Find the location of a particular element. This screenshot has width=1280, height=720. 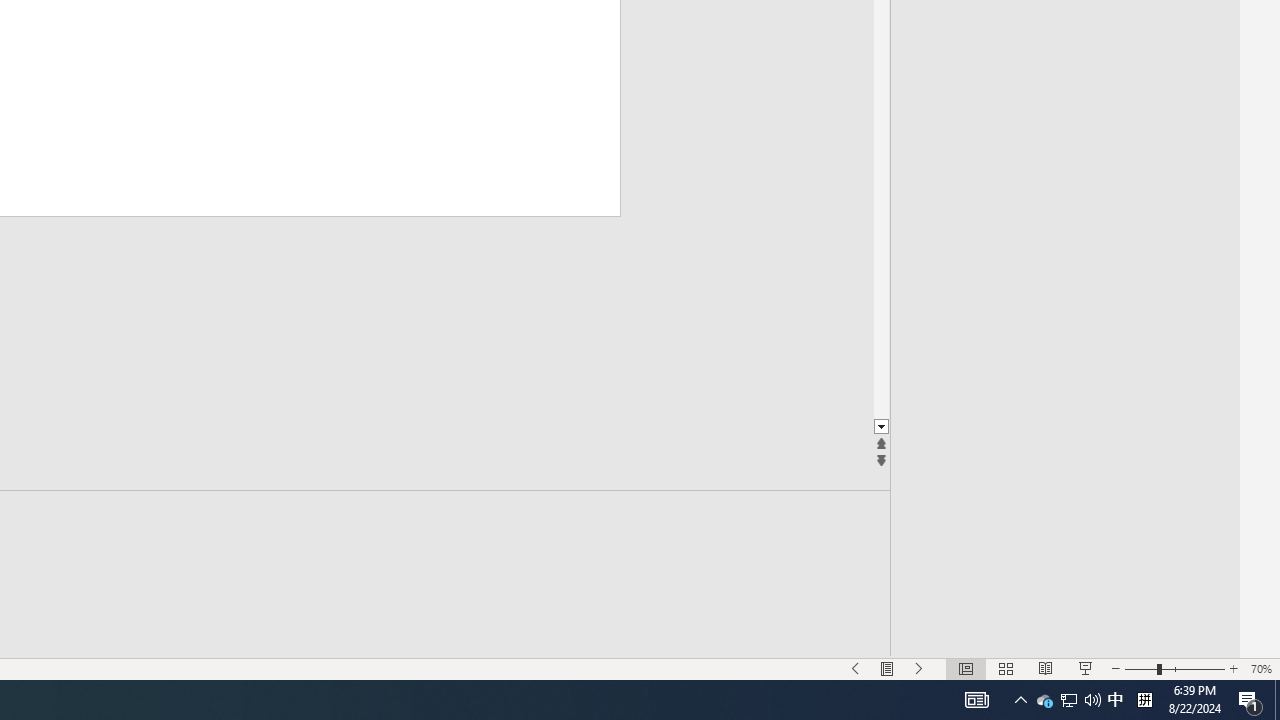

'Slide Show Next On' is located at coordinates (918, 669).